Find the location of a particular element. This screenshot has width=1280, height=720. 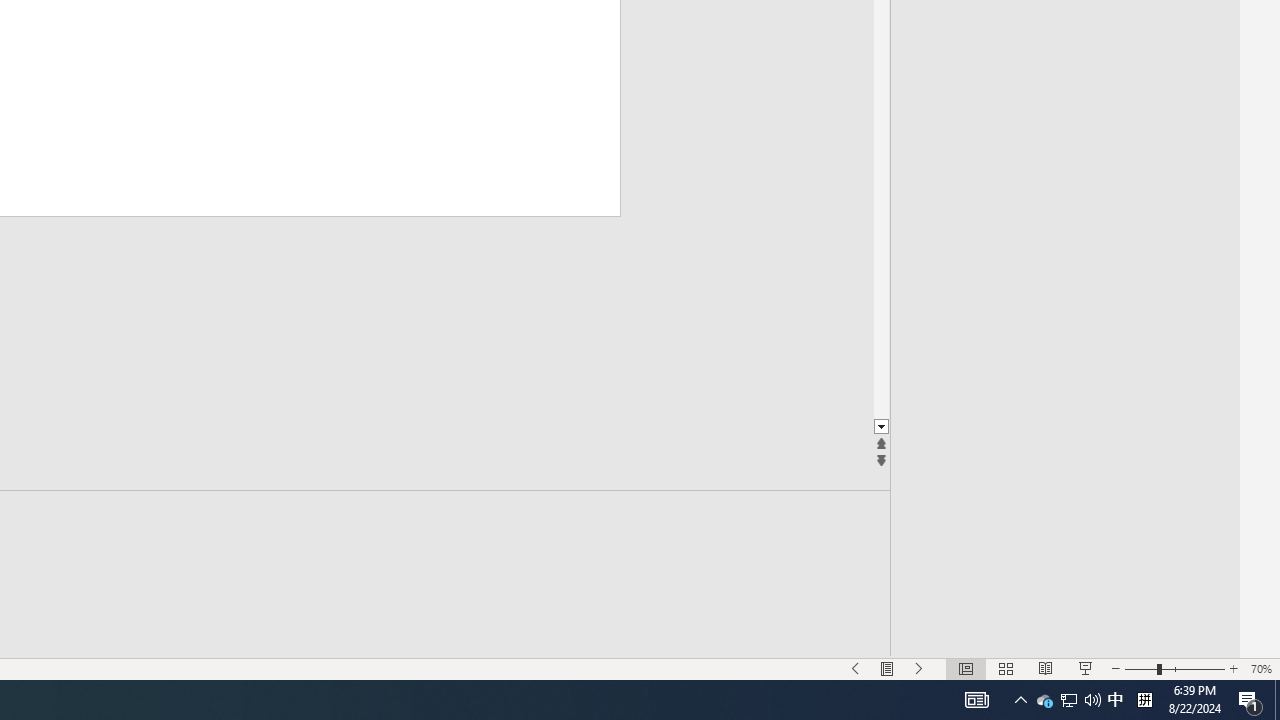

'Slide Show Next On' is located at coordinates (918, 669).